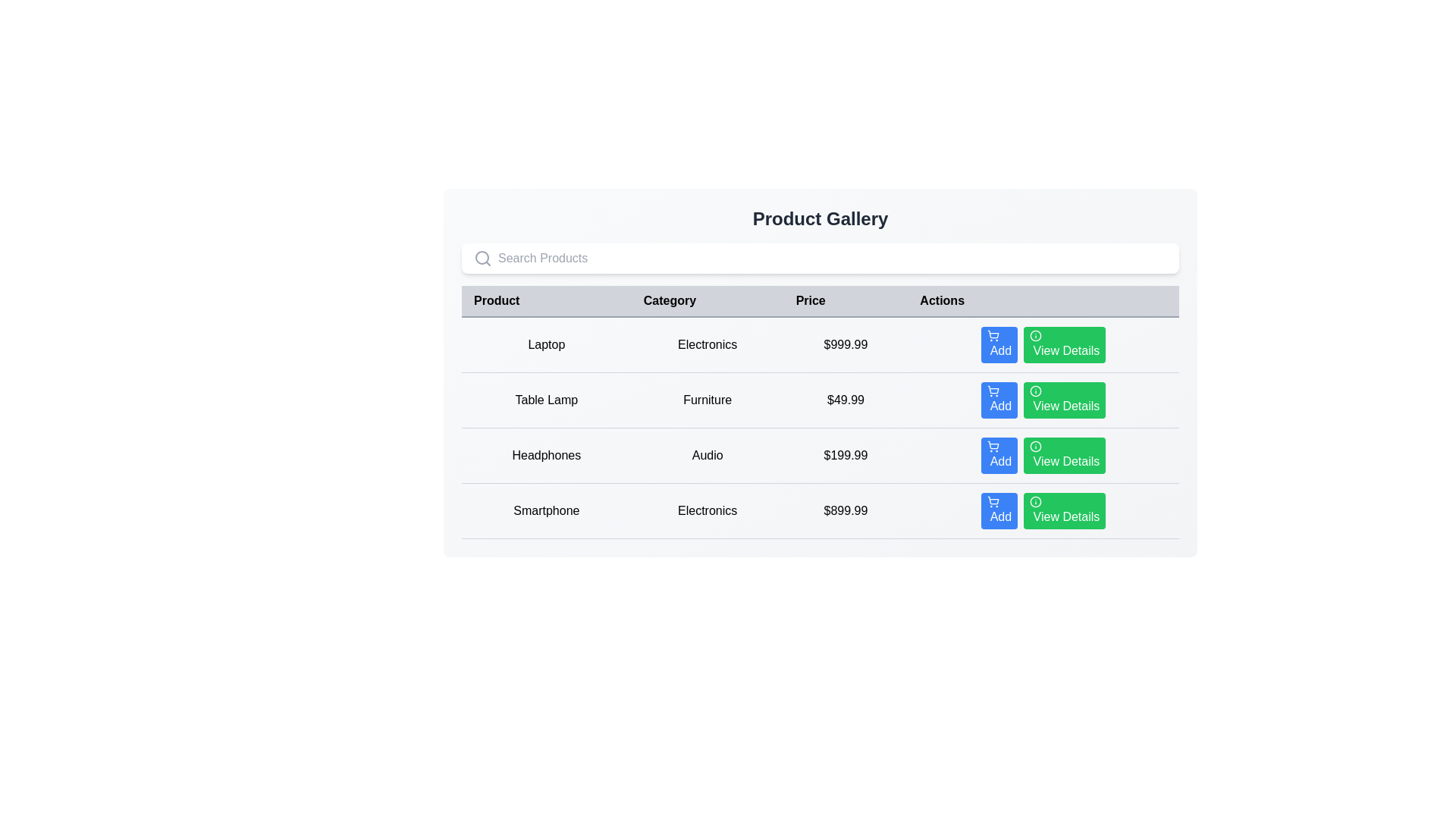  Describe the element at coordinates (993, 334) in the screenshot. I see `the shopping cart icon within the 'Actions' column next to the first row (product Laptop)` at that location.